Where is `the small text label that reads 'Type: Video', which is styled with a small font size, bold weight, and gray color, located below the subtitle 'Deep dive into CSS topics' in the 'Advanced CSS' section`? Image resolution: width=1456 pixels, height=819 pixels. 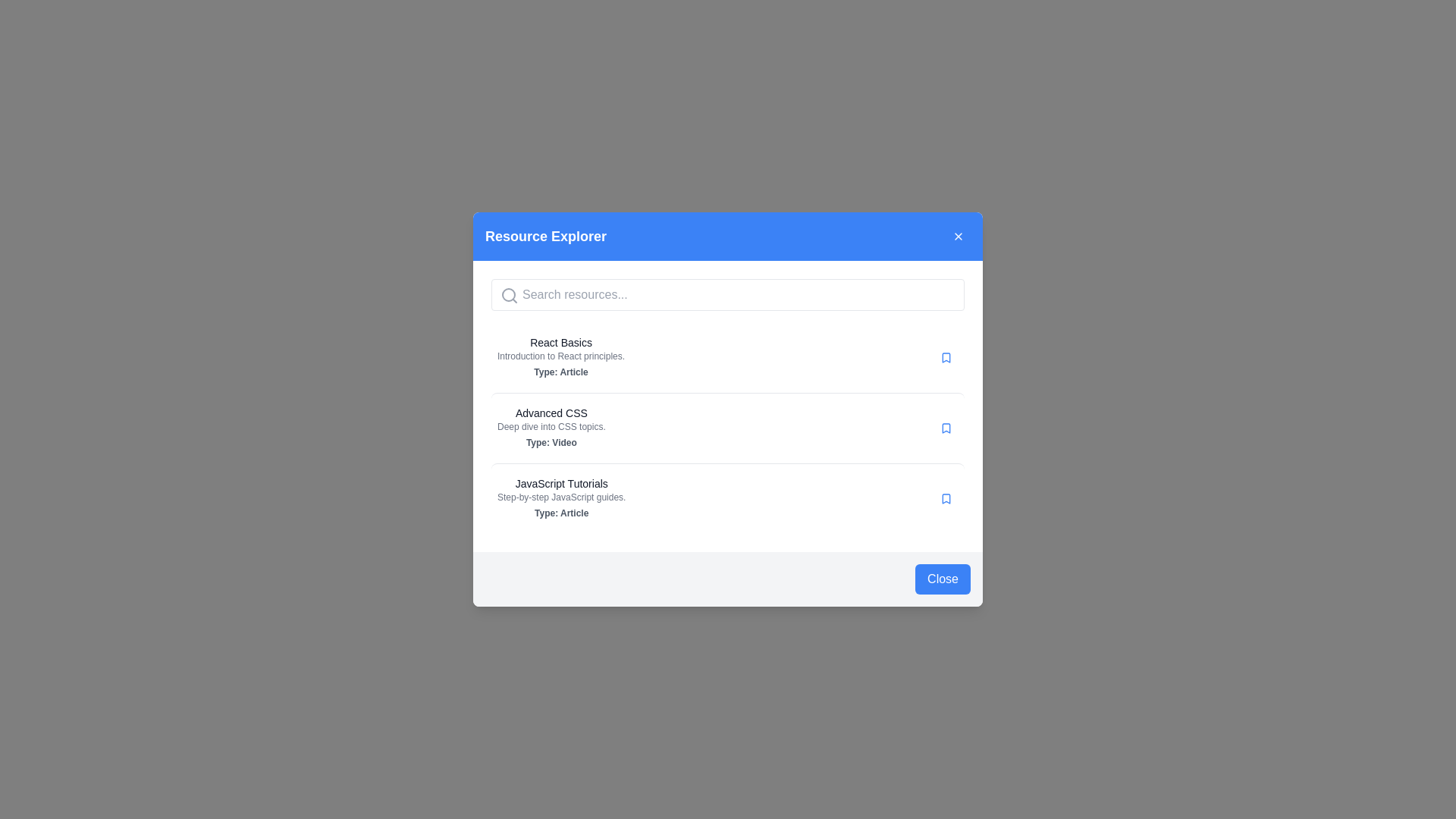
the small text label that reads 'Type: Video', which is styled with a small font size, bold weight, and gray color, located below the subtitle 'Deep dive into CSS topics' in the 'Advanced CSS' section is located at coordinates (551, 442).